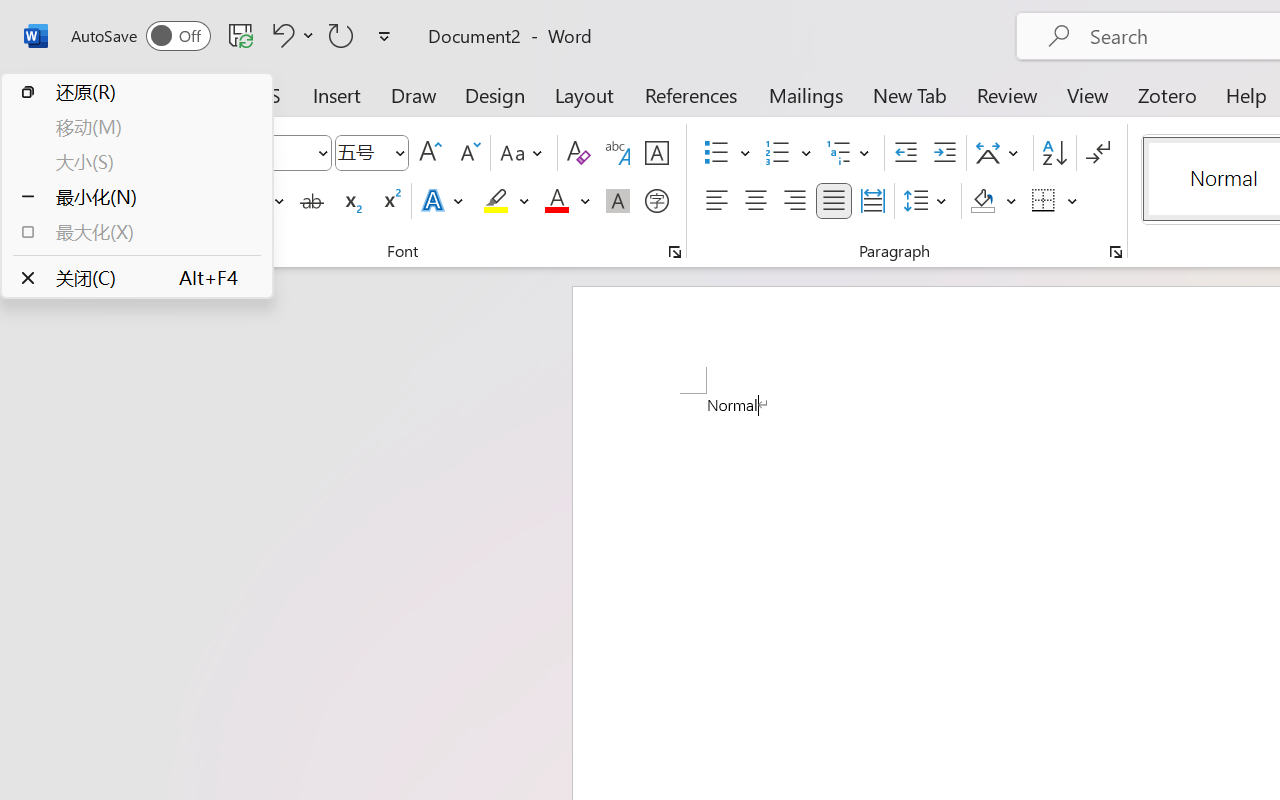 The image size is (1280, 800). I want to click on 'Quick Access Toolbar', so click(234, 35).